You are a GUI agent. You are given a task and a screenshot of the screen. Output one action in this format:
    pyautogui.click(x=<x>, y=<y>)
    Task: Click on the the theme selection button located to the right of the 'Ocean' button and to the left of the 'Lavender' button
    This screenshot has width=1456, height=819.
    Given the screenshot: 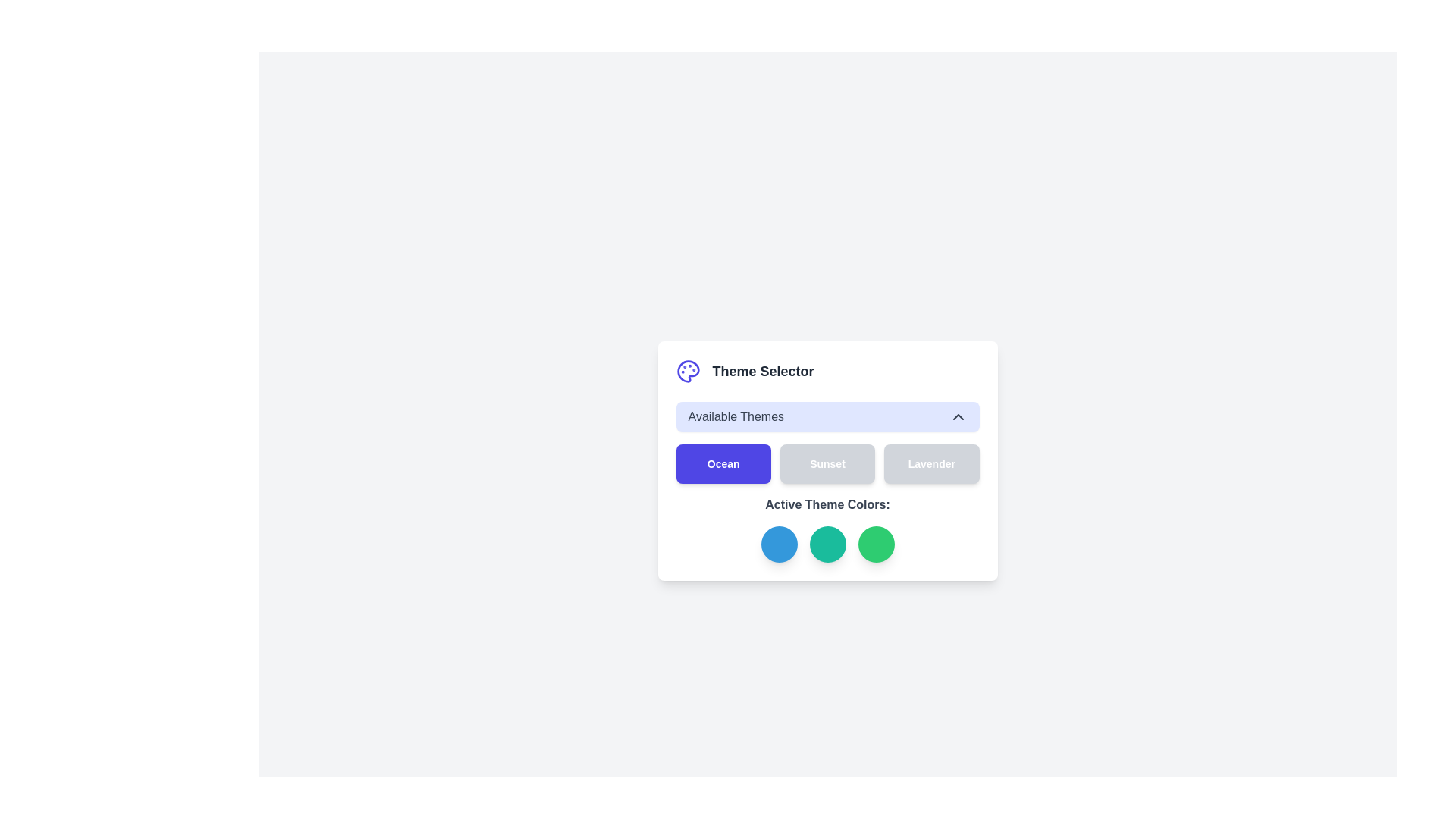 What is the action you would take?
    pyautogui.click(x=827, y=463)
    